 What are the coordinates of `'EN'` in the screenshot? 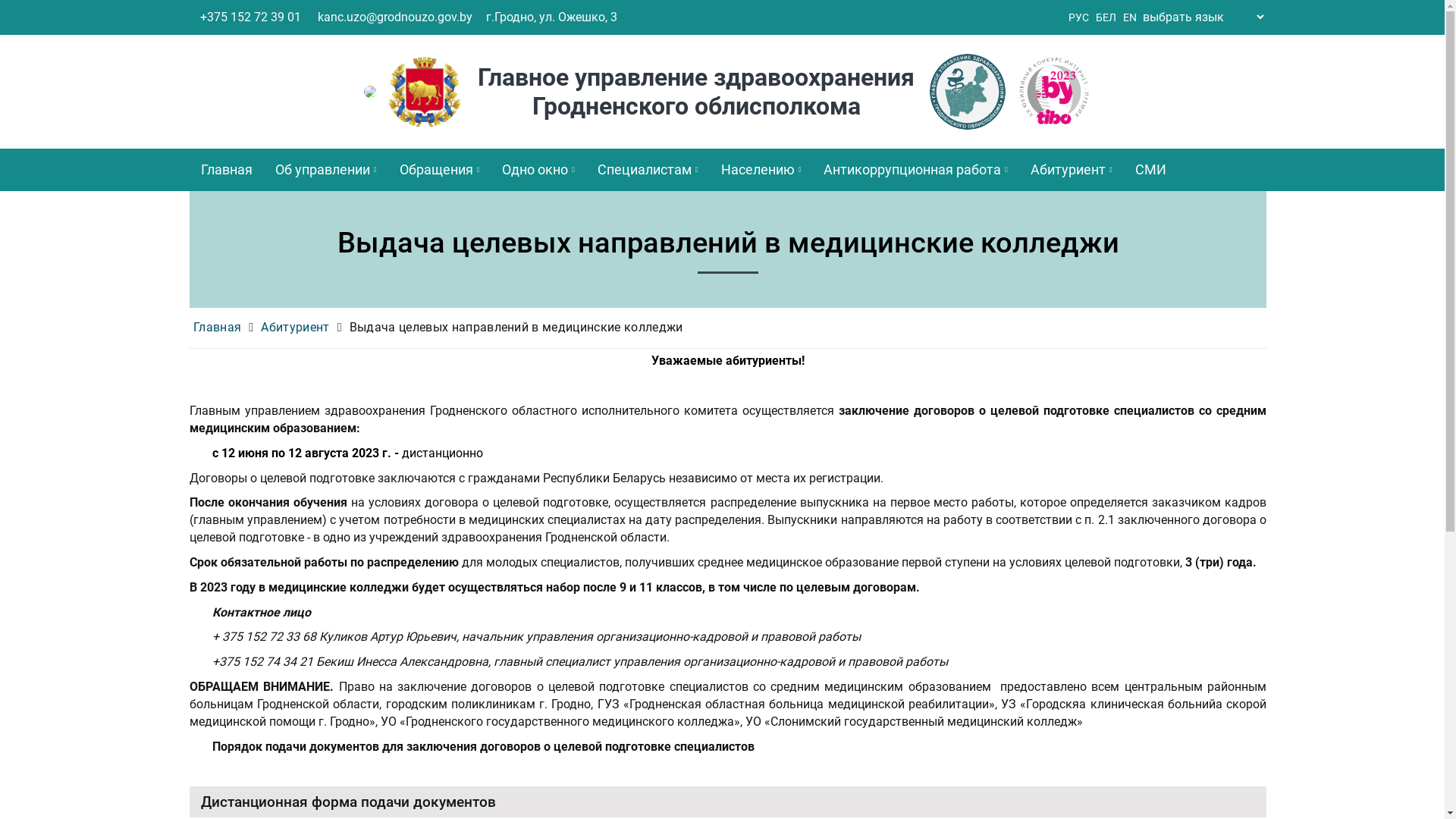 It's located at (1129, 17).